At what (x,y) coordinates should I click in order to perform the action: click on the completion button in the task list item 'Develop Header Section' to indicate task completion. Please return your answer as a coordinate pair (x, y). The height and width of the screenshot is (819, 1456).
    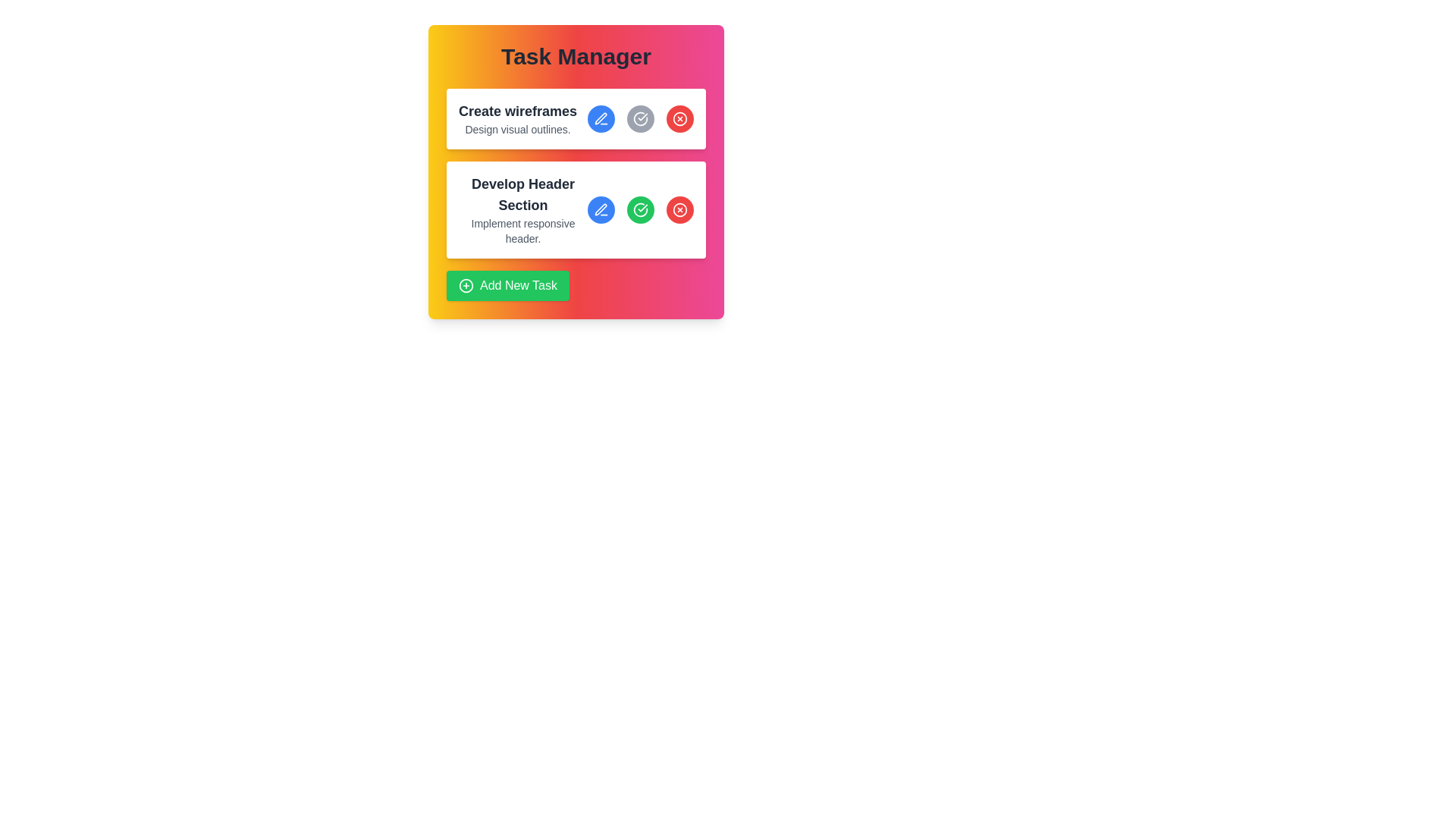
    Looking at the image, I should click on (640, 118).